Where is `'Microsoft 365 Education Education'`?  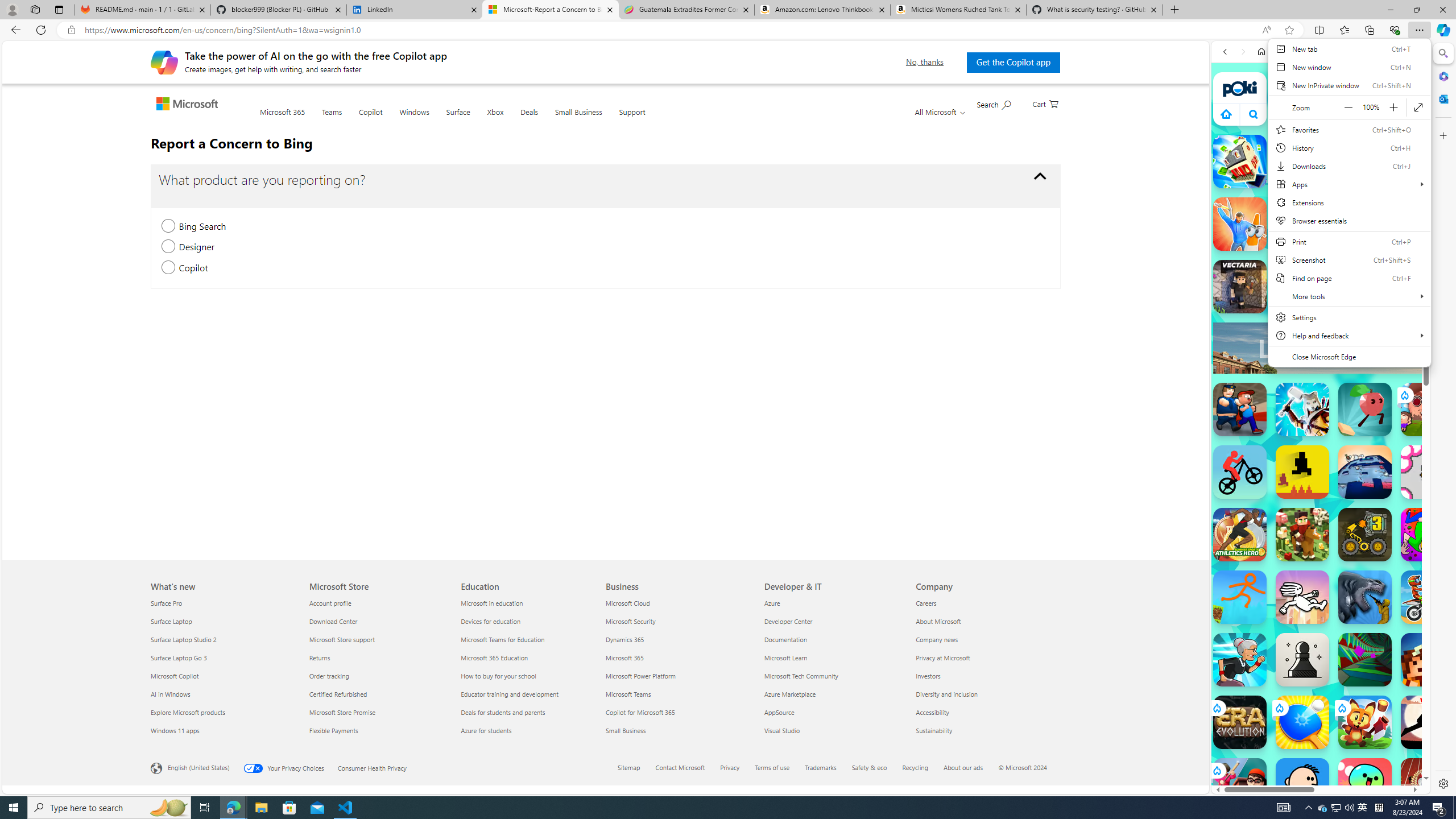
'Microsoft 365 Education Education' is located at coordinates (494, 656).